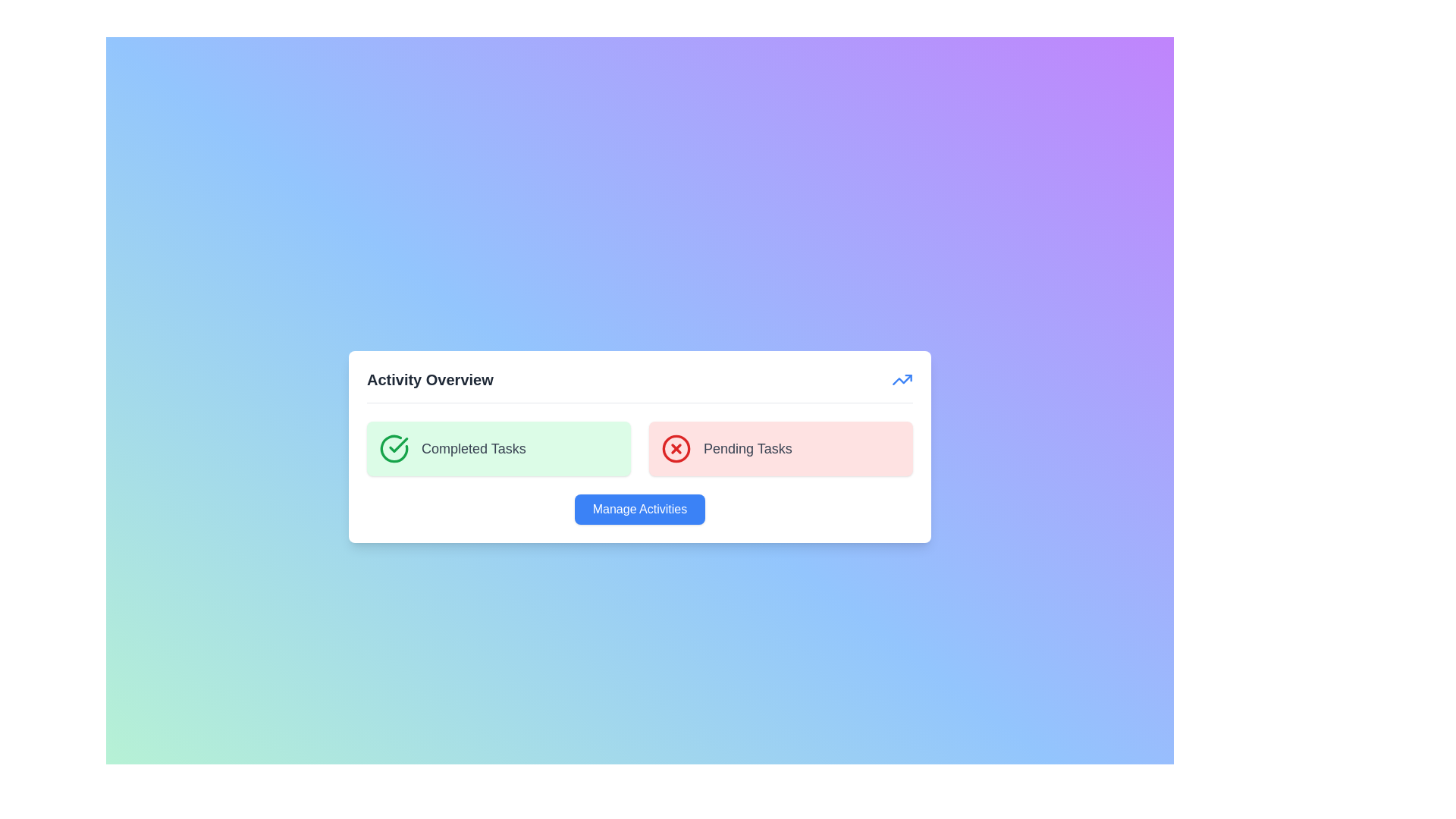 Image resolution: width=1456 pixels, height=819 pixels. Describe the element at coordinates (676, 447) in the screenshot. I see `the decorative icon indicating pending tasks, located to the left of the 'Pending Tasks' text within the red box on the rectangular card` at that location.